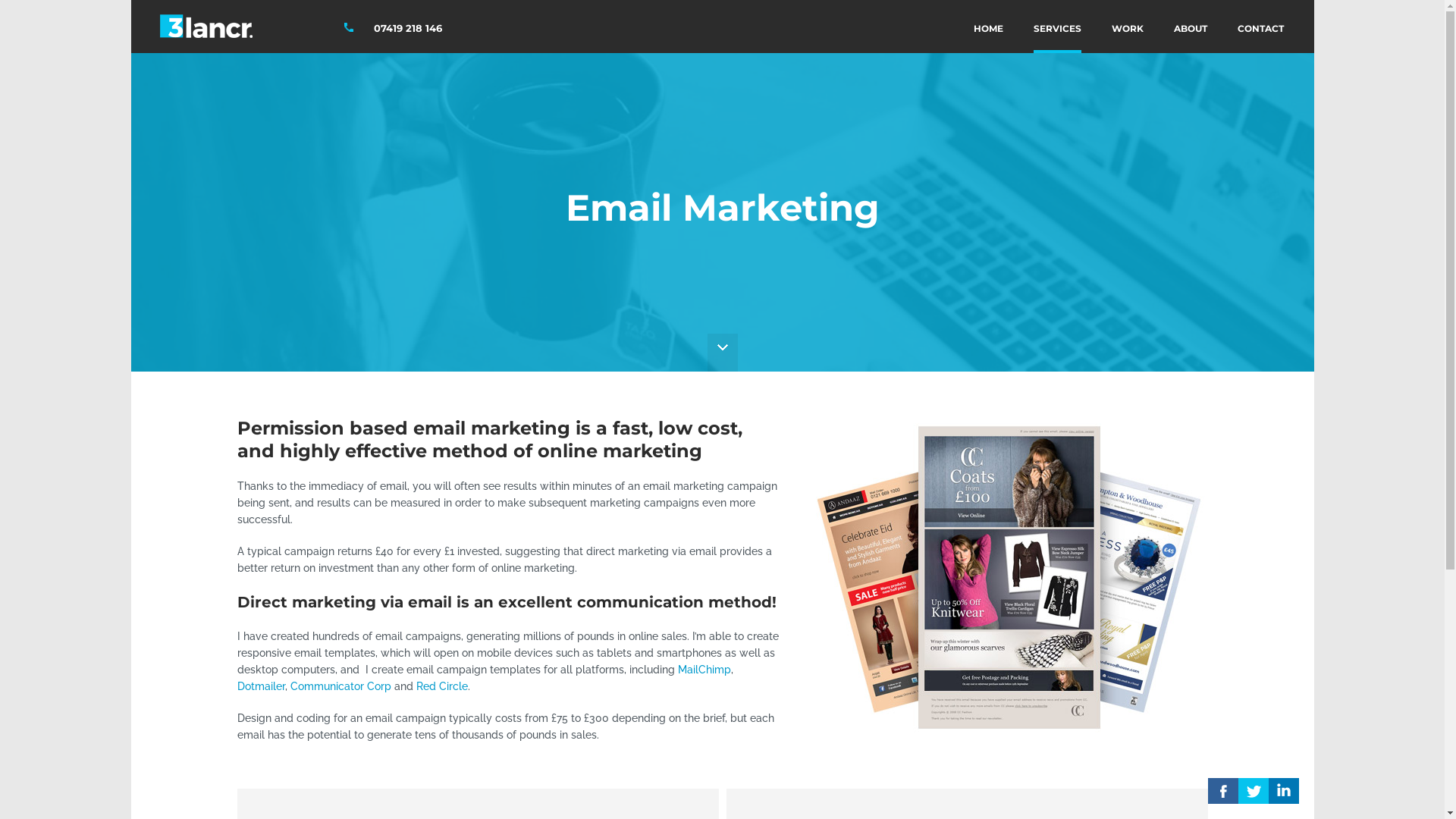  I want to click on 'E', so click(1238, 789).